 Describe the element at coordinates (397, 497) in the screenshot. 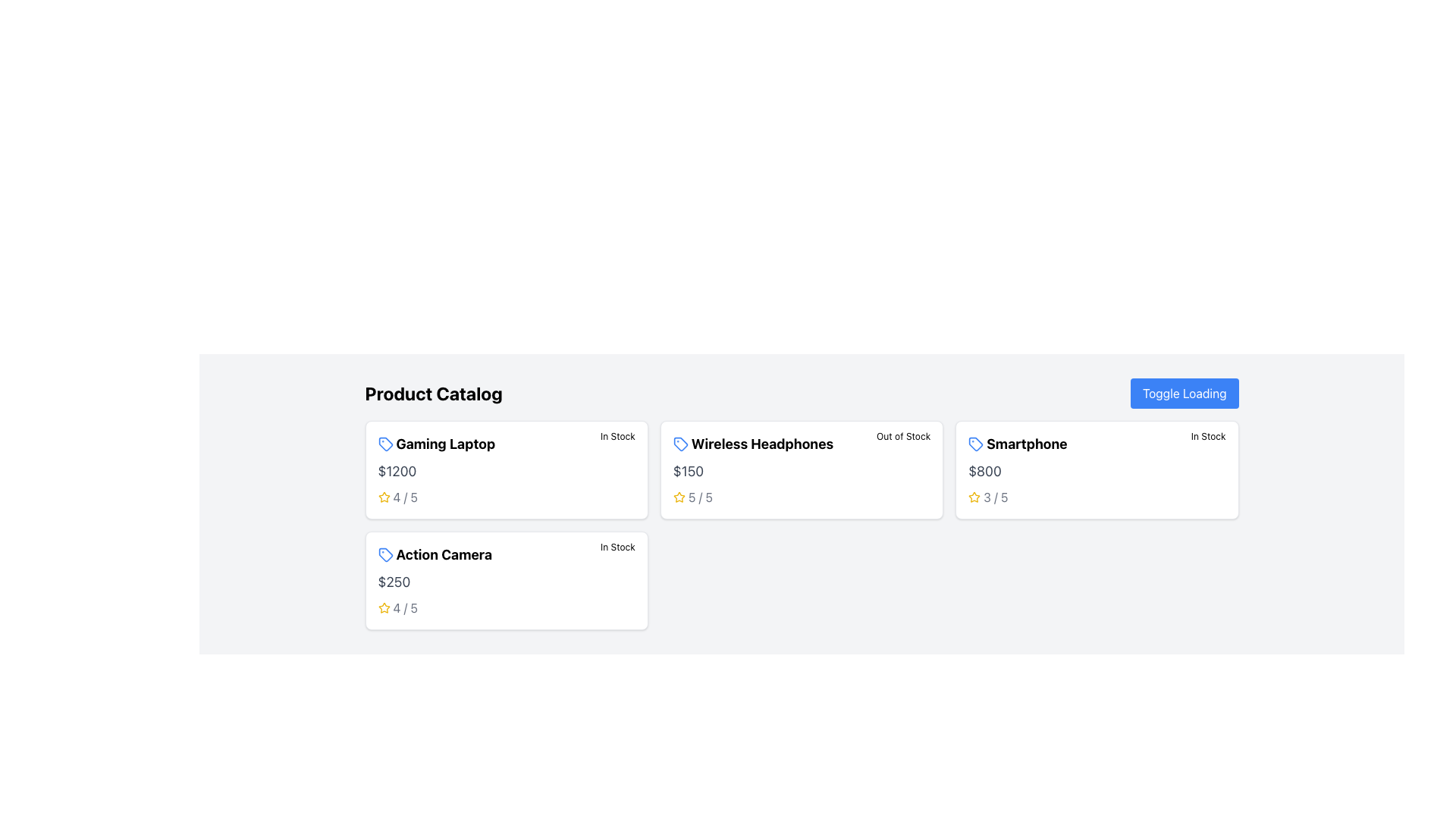

I see `the rating display element, which shows a score in the format '4 / 5' with a yellow star icon, located near the bottom-right area of the 'Gaming Laptop' product card` at that location.